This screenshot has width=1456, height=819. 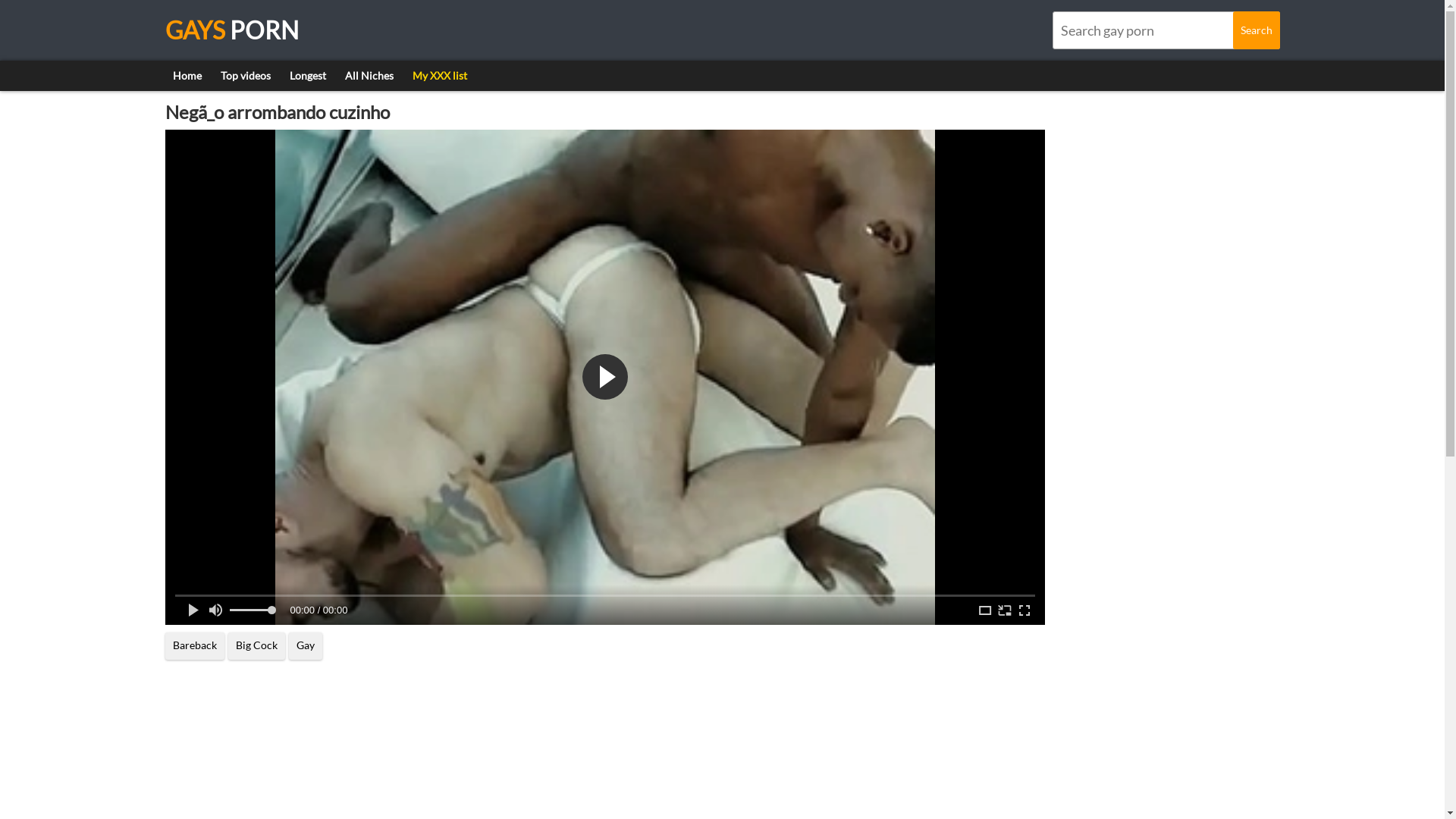 What do you see at coordinates (304, 646) in the screenshot?
I see `'Gay'` at bounding box center [304, 646].